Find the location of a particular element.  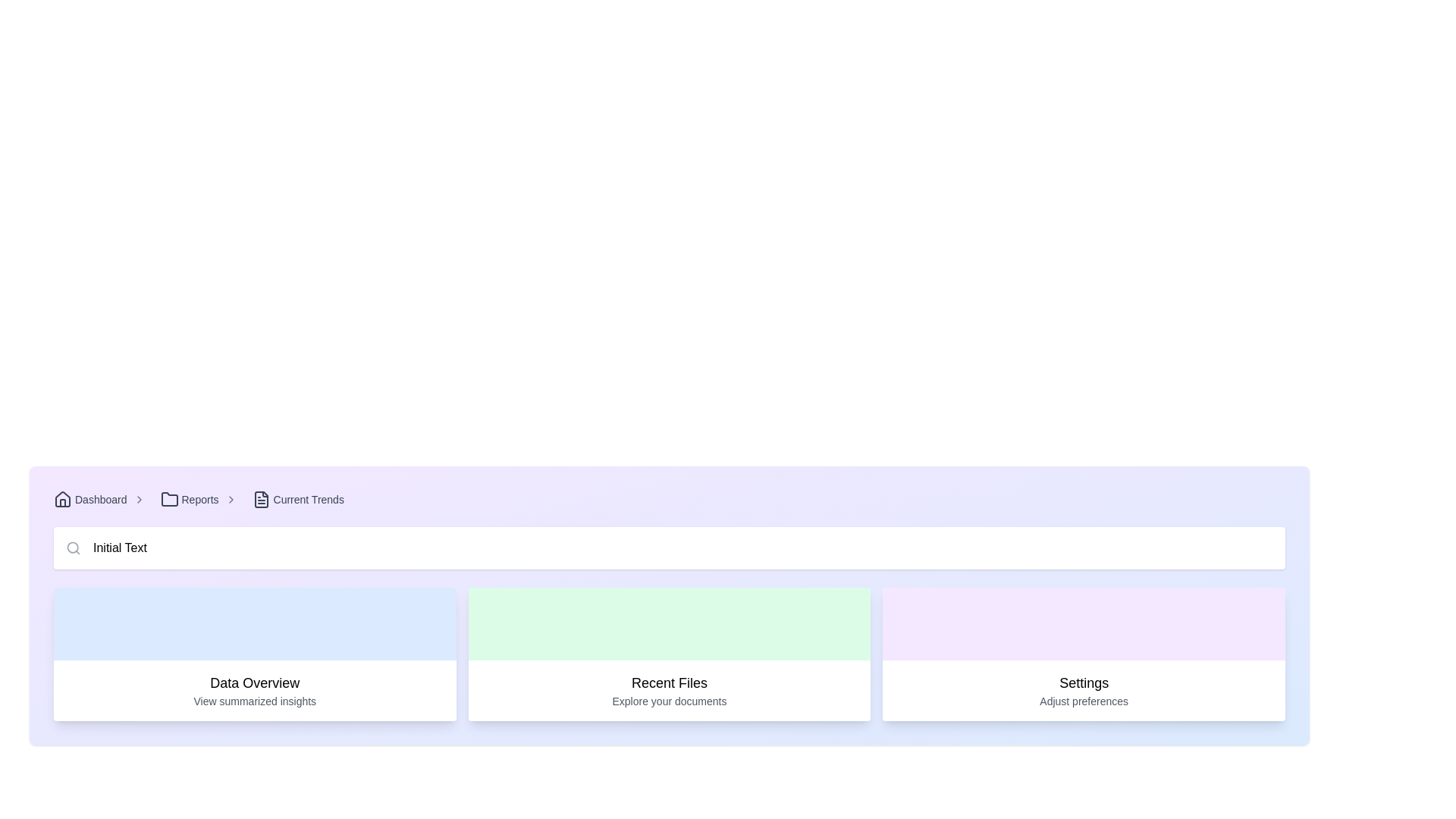

the breadcrumb navigation item that allows users to navigate back to the 'Dashboard' page, located at the top left corner of the interface is located at coordinates (102, 500).